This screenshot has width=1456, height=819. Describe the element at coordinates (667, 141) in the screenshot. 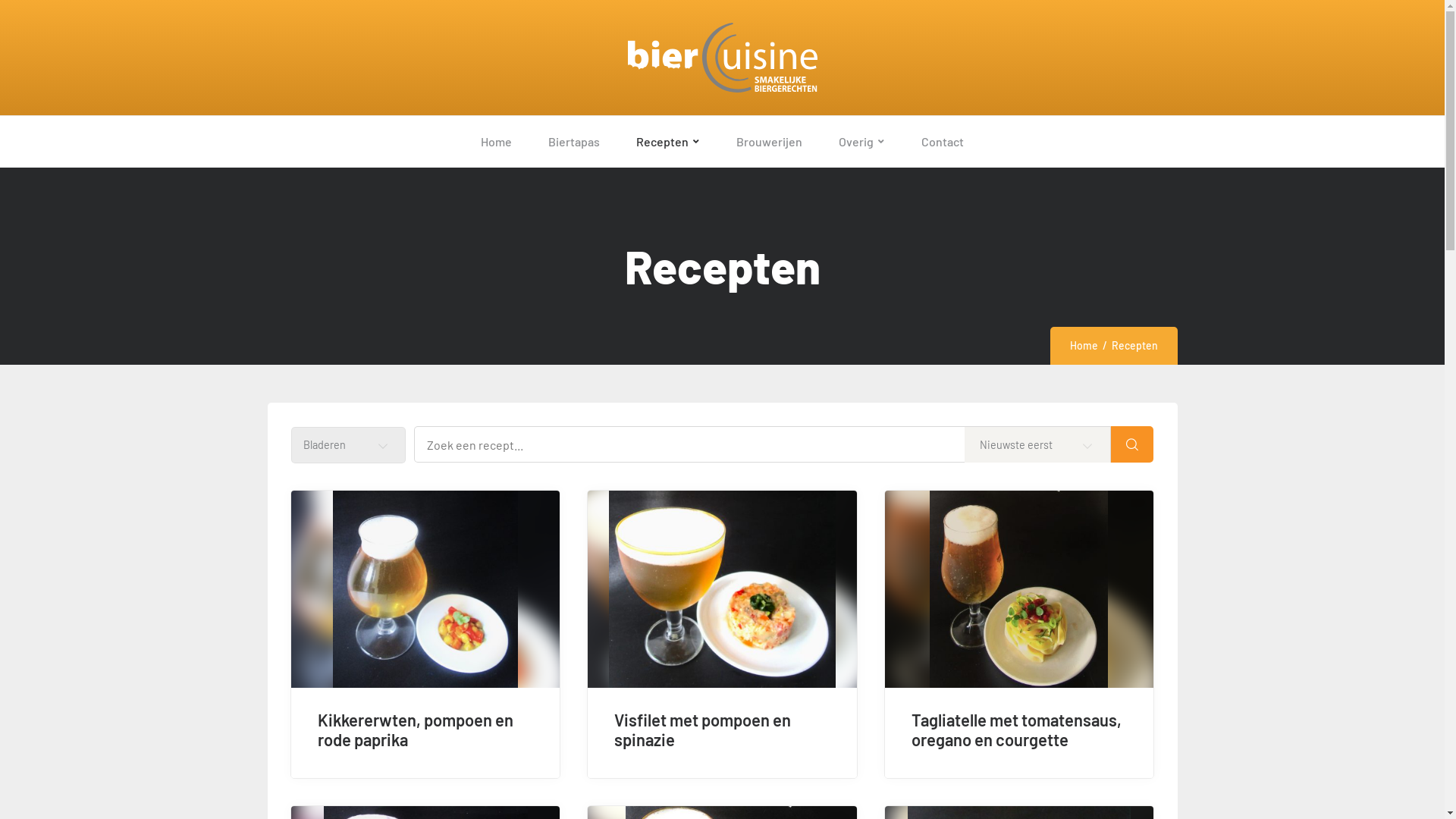

I see `'Recepten'` at that location.